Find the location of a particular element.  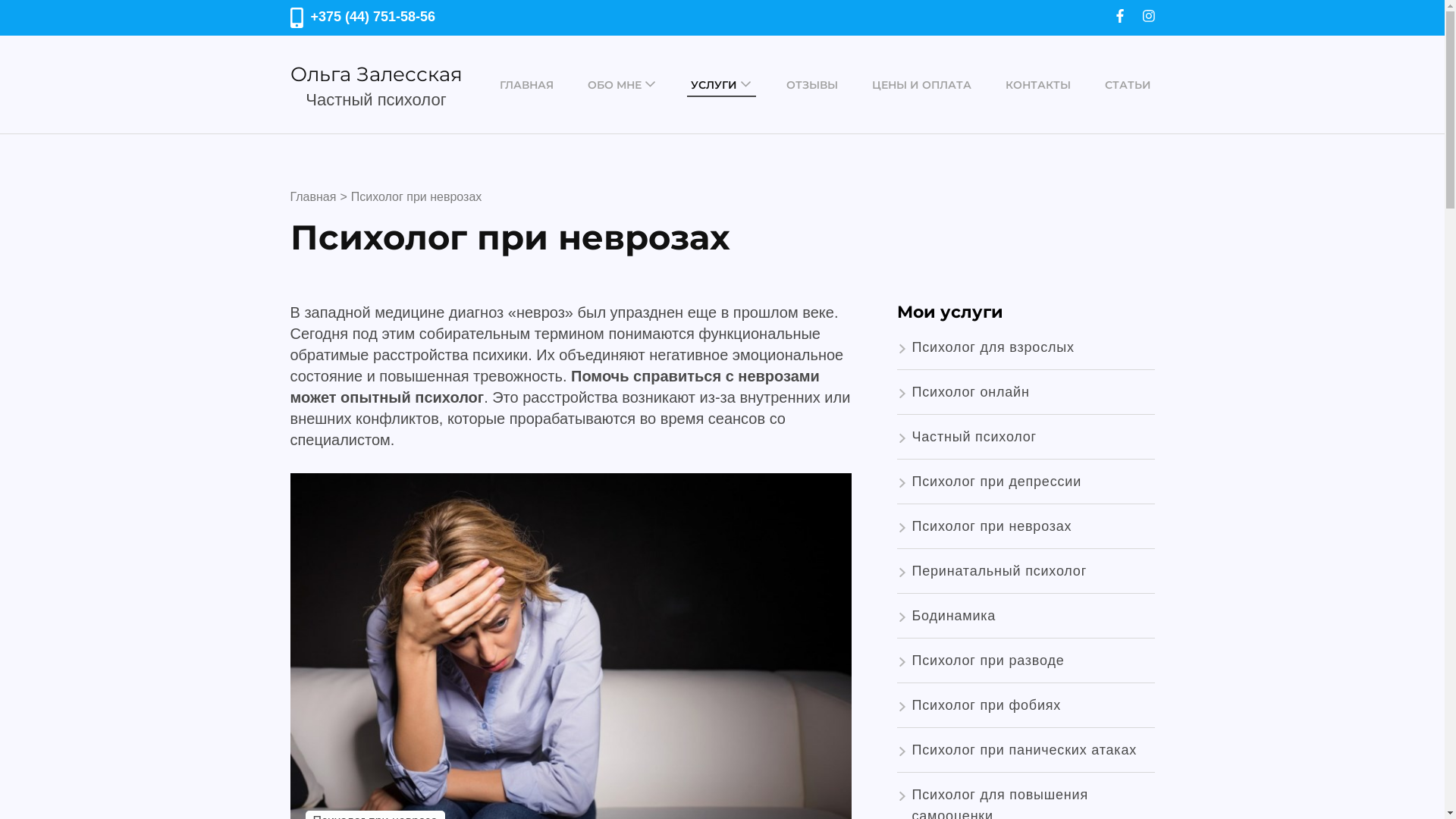

'+375 (44) 751-58-56' is located at coordinates (372, 17).